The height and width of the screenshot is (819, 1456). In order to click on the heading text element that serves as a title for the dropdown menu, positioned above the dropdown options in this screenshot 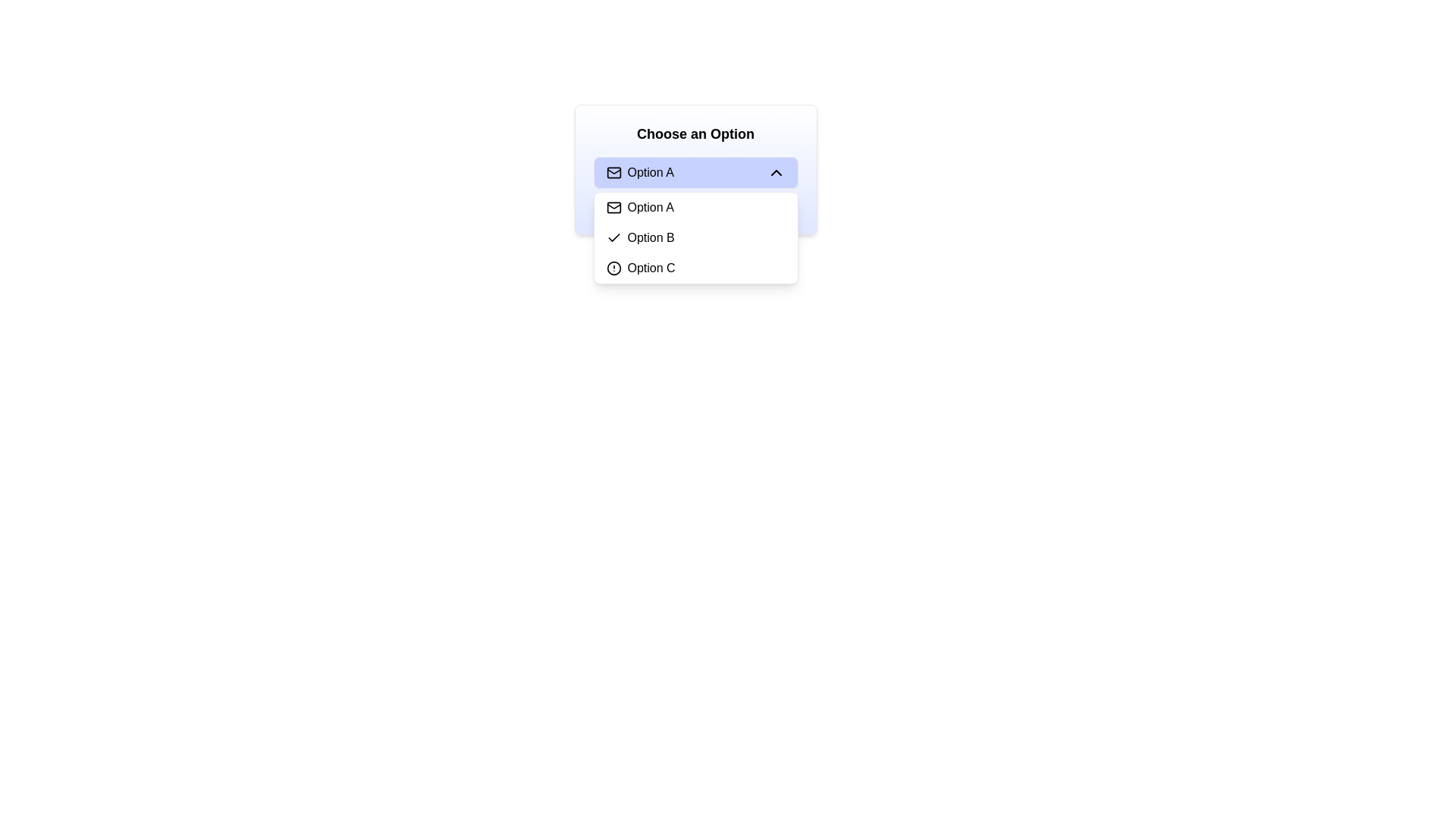, I will do `click(695, 133)`.